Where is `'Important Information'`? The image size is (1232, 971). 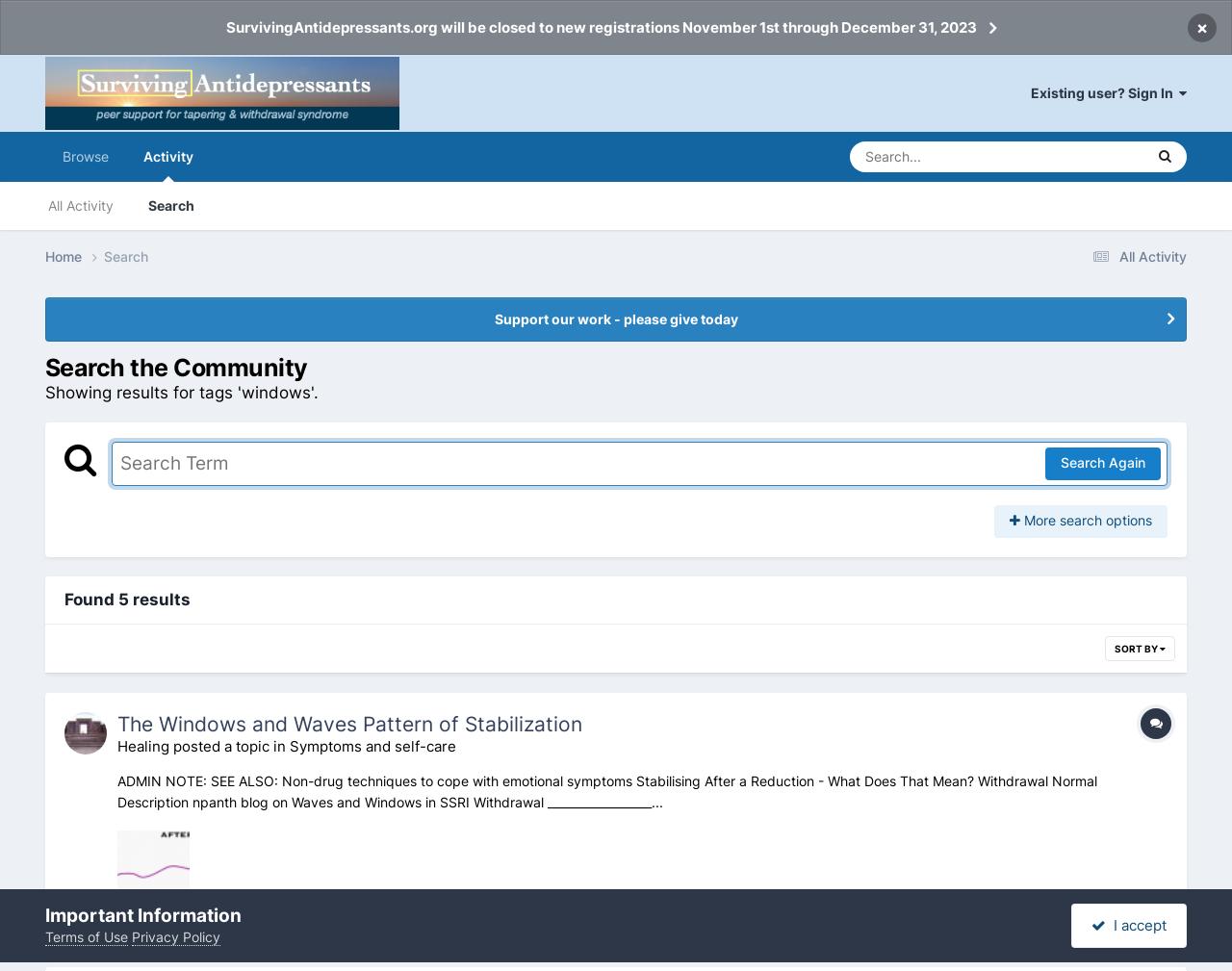
'Important Information' is located at coordinates (141, 914).